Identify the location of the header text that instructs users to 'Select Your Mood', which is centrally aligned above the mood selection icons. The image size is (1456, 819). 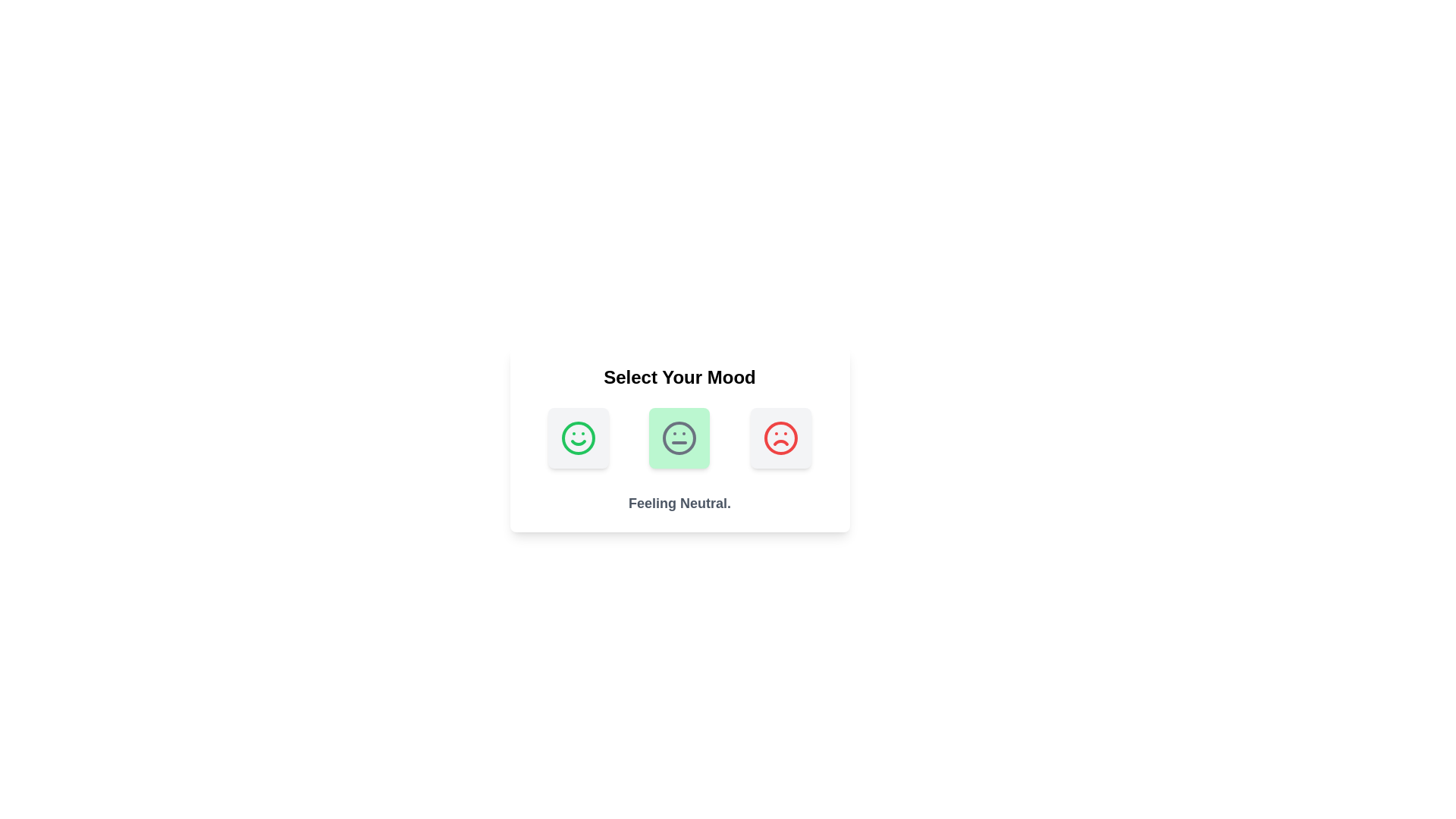
(679, 376).